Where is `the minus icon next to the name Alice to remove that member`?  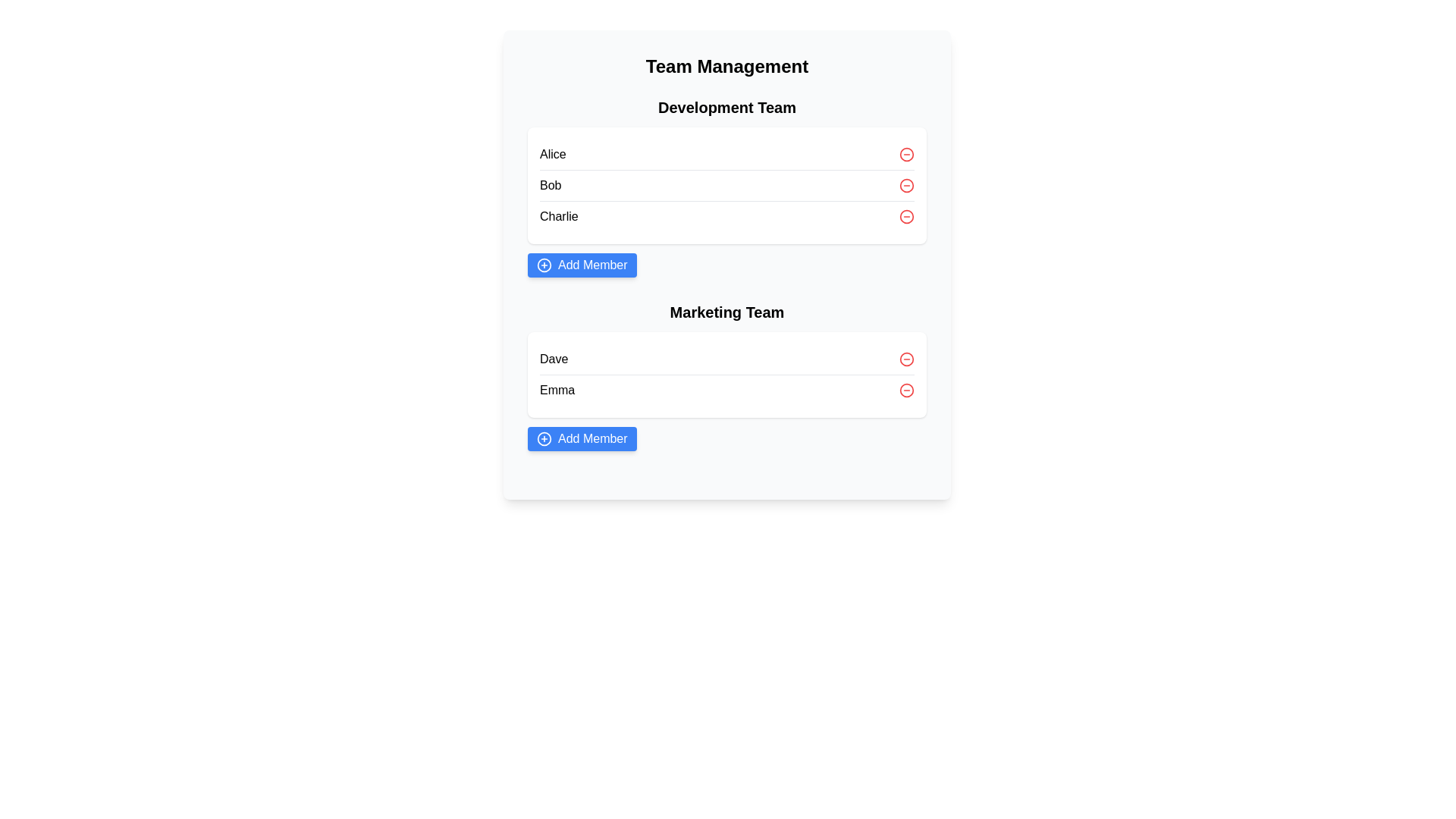
the minus icon next to the name Alice to remove that member is located at coordinates (906, 155).